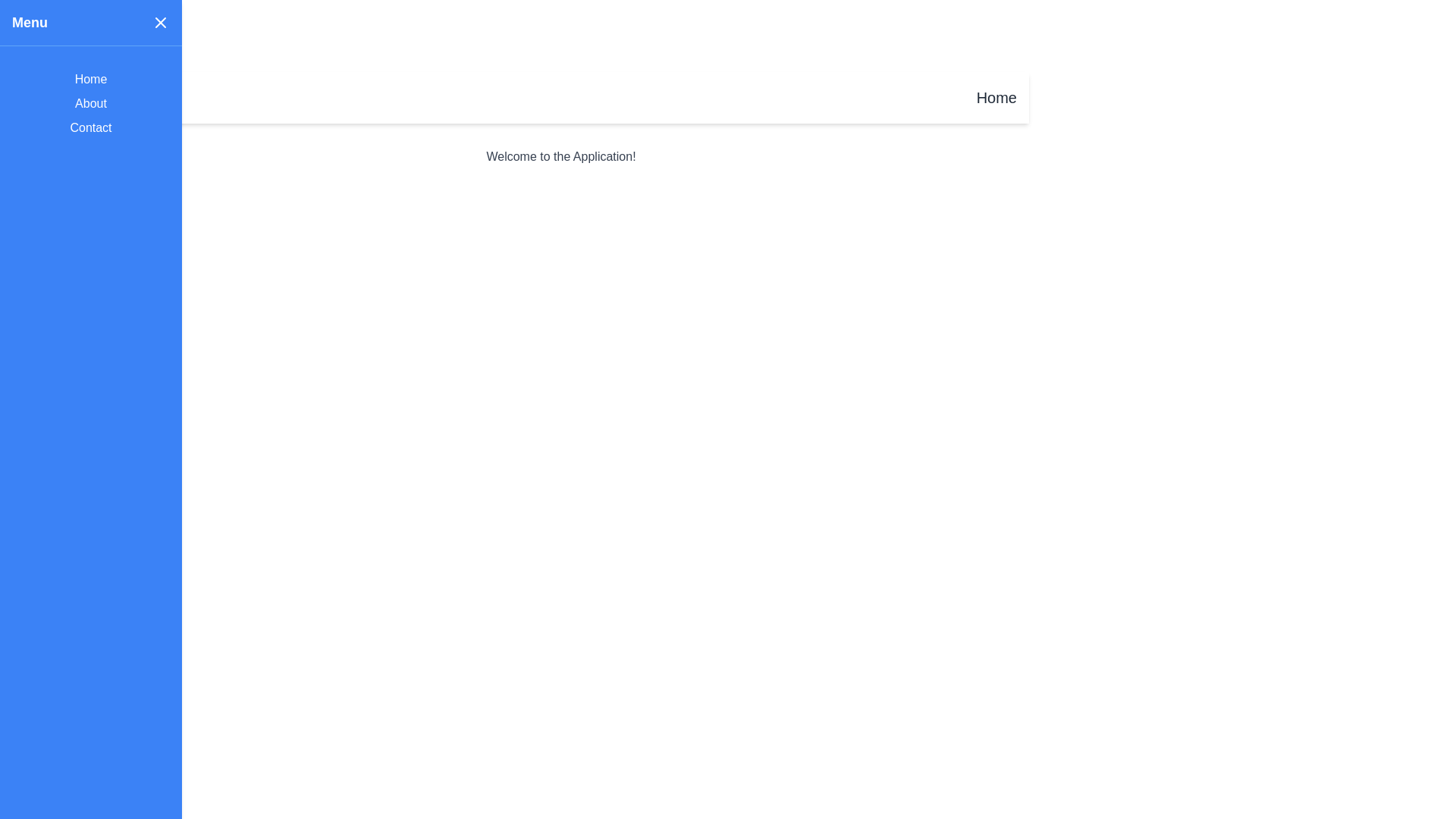 This screenshot has height=819, width=1456. Describe the element at coordinates (160, 23) in the screenshot. I see `the close button represented by a slanted cross symbol inside a square` at that location.